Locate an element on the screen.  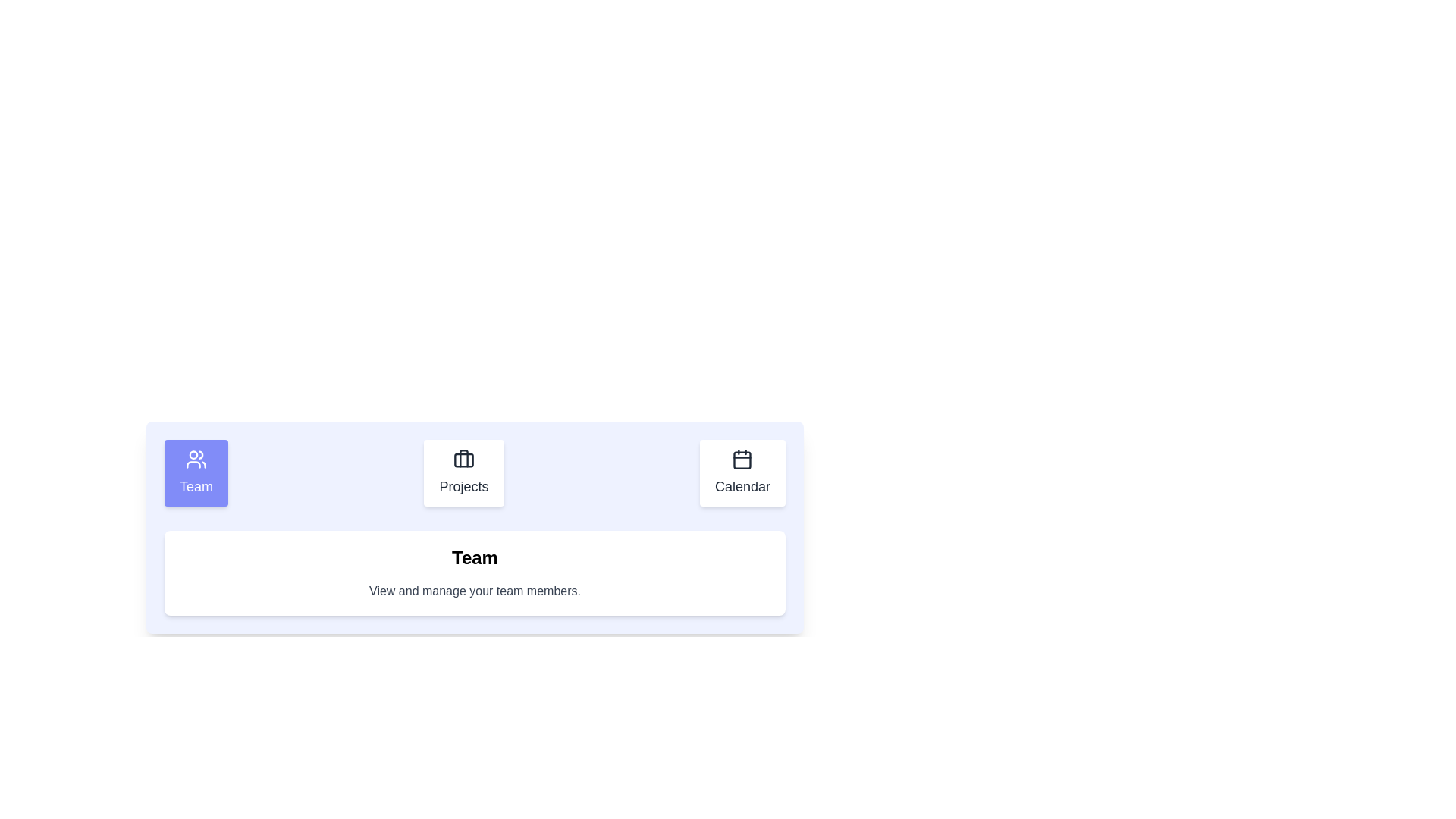
the Calendar tab to switch to its view is located at coordinates (742, 472).